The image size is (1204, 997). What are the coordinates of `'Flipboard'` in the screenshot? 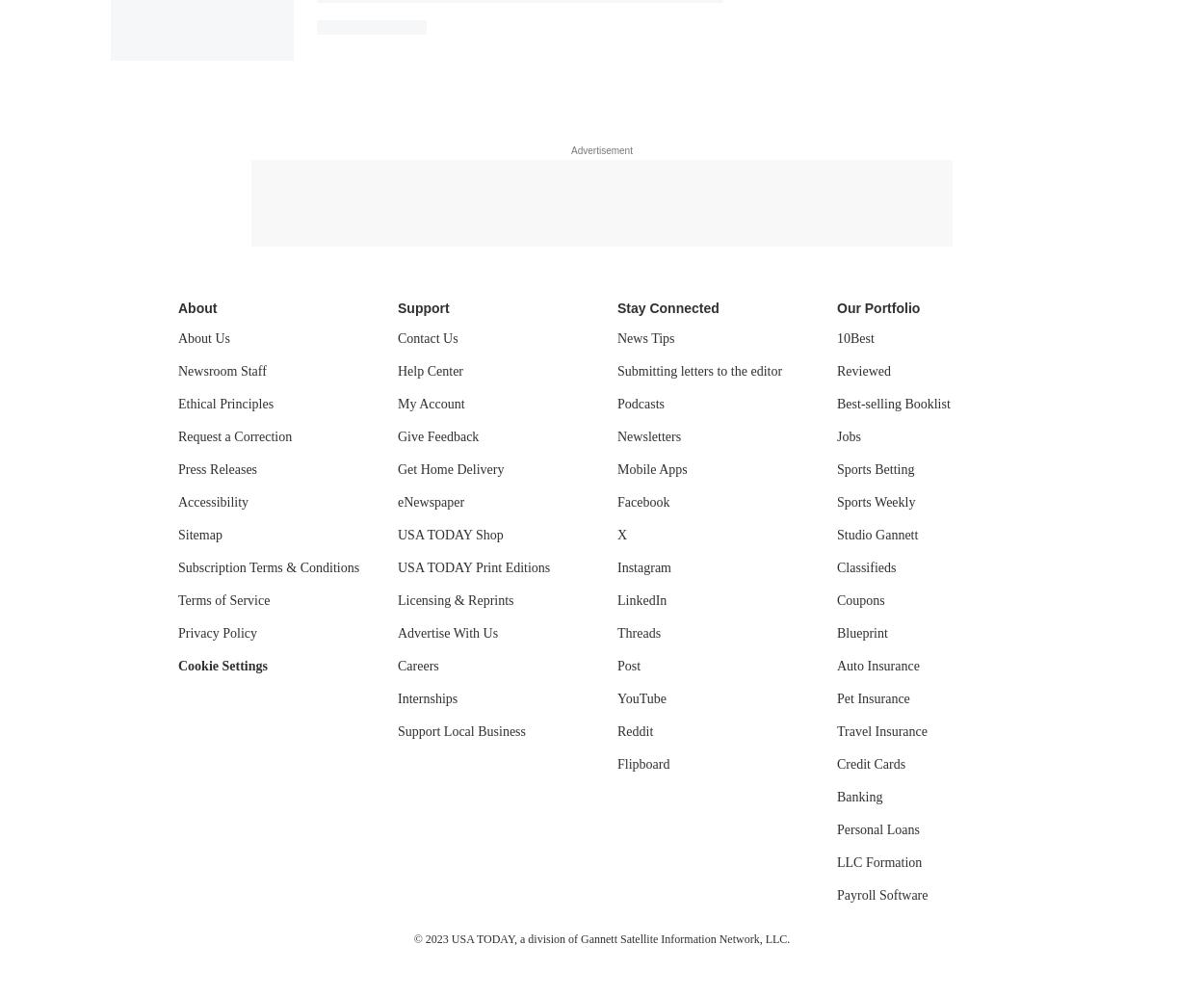 It's located at (643, 762).